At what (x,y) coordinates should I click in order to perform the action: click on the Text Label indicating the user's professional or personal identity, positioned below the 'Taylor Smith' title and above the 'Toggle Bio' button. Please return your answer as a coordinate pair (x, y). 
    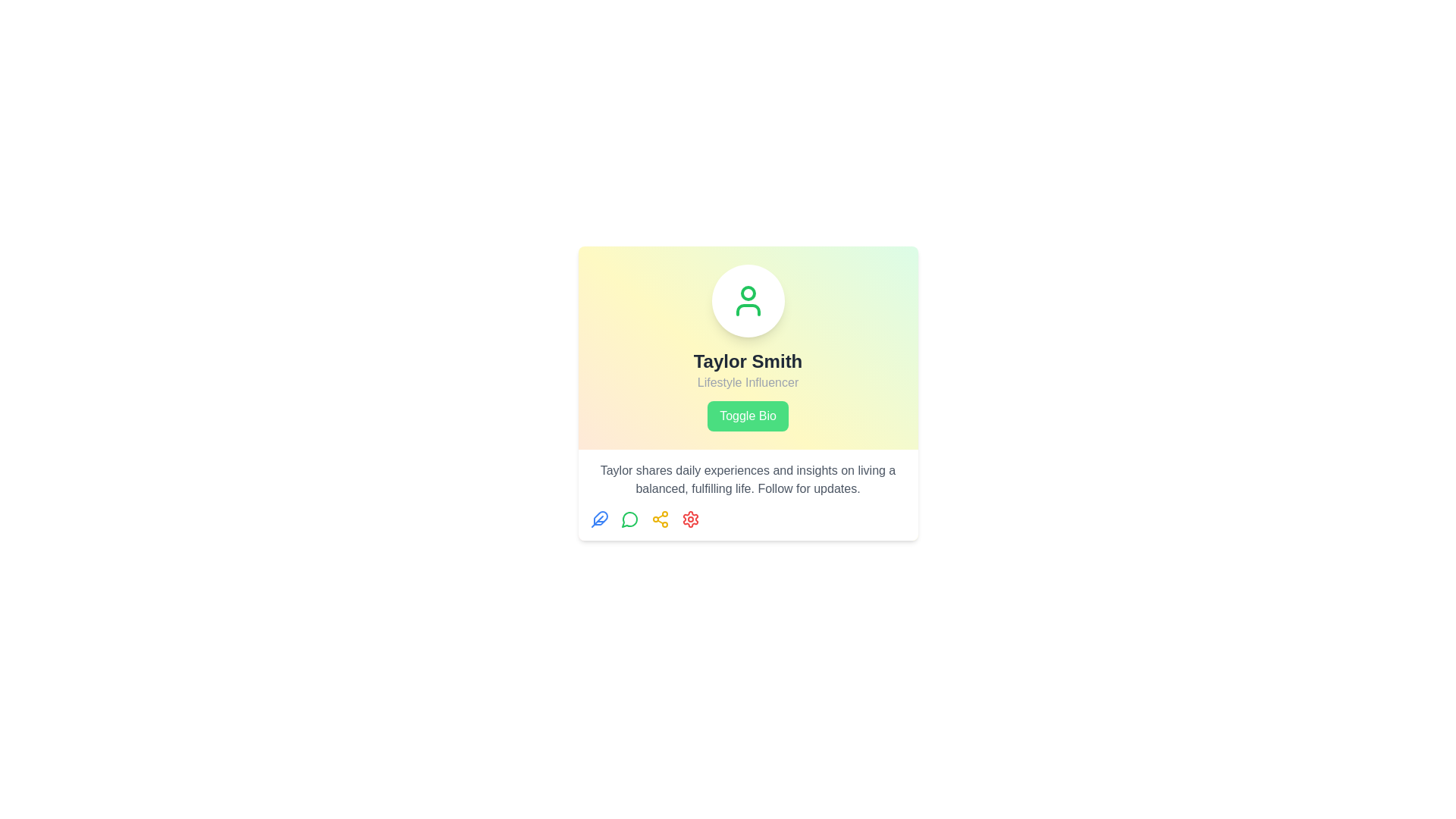
    Looking at the image, I should click on (748, 382).